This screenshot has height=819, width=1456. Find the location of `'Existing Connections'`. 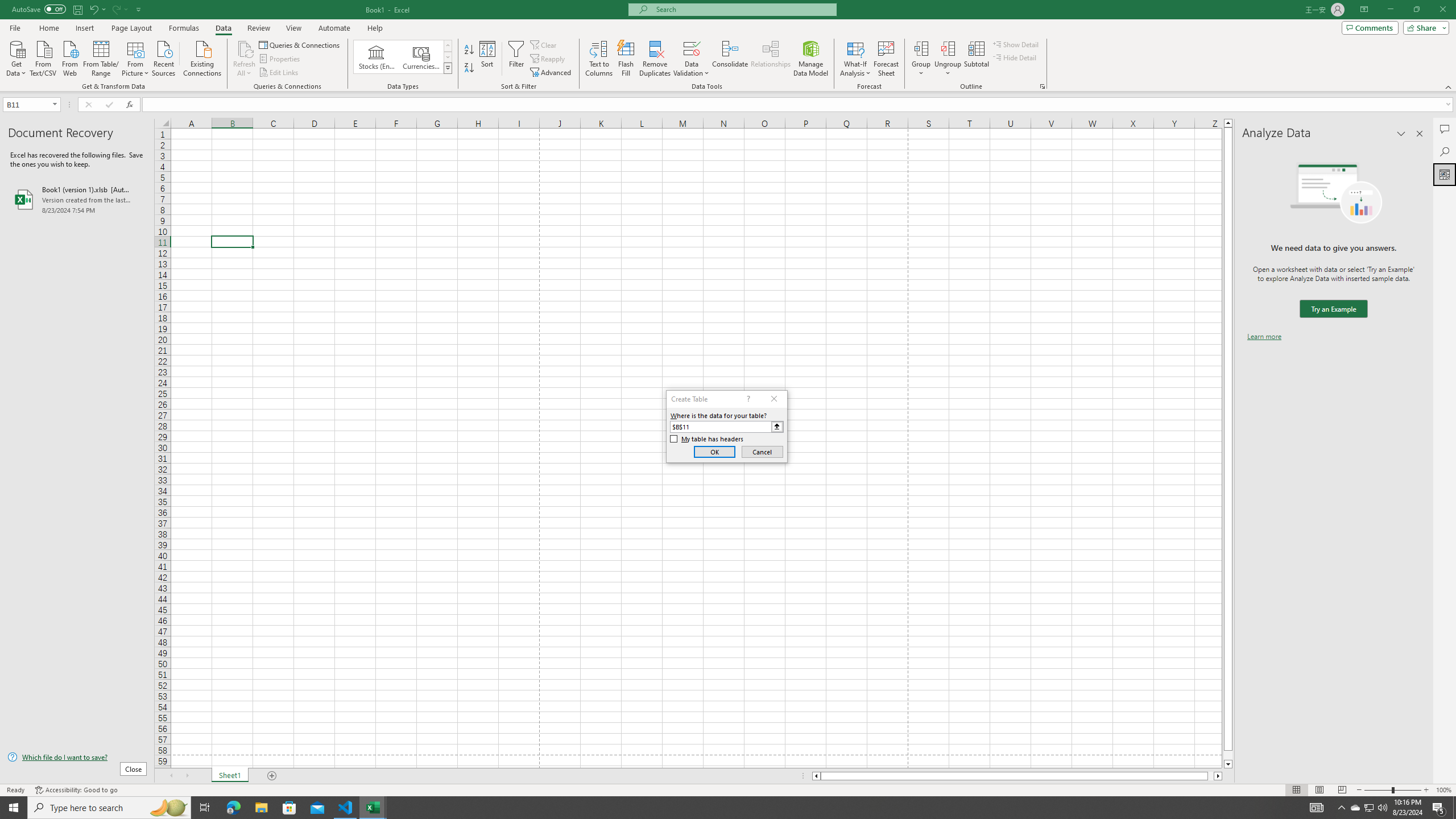

'Existing Connections' is located at coordinates (201, 57).